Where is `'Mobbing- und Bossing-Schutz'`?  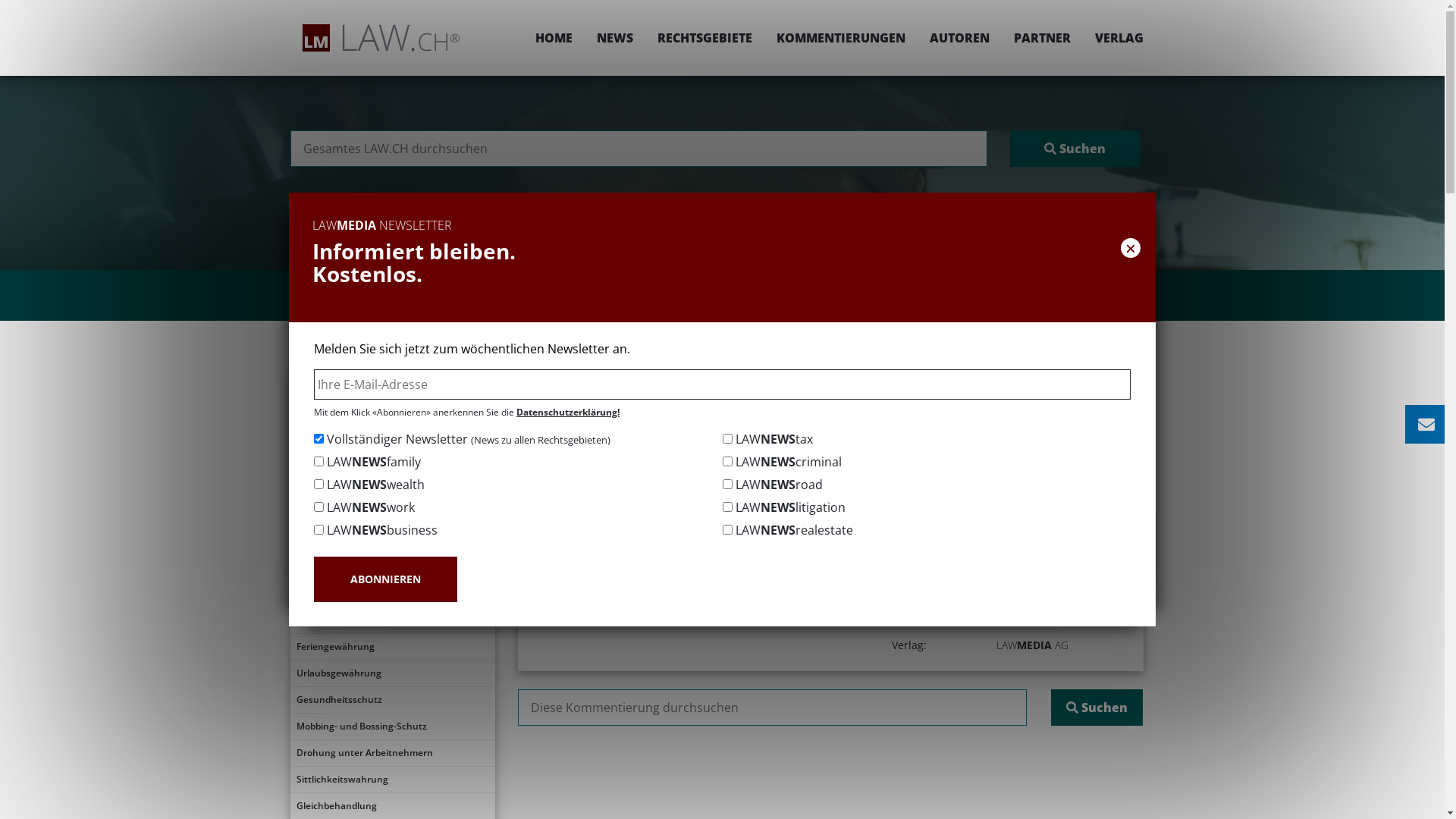 'Mobbing- und Bossing-Schutz' is located at coordinates (392, 725).